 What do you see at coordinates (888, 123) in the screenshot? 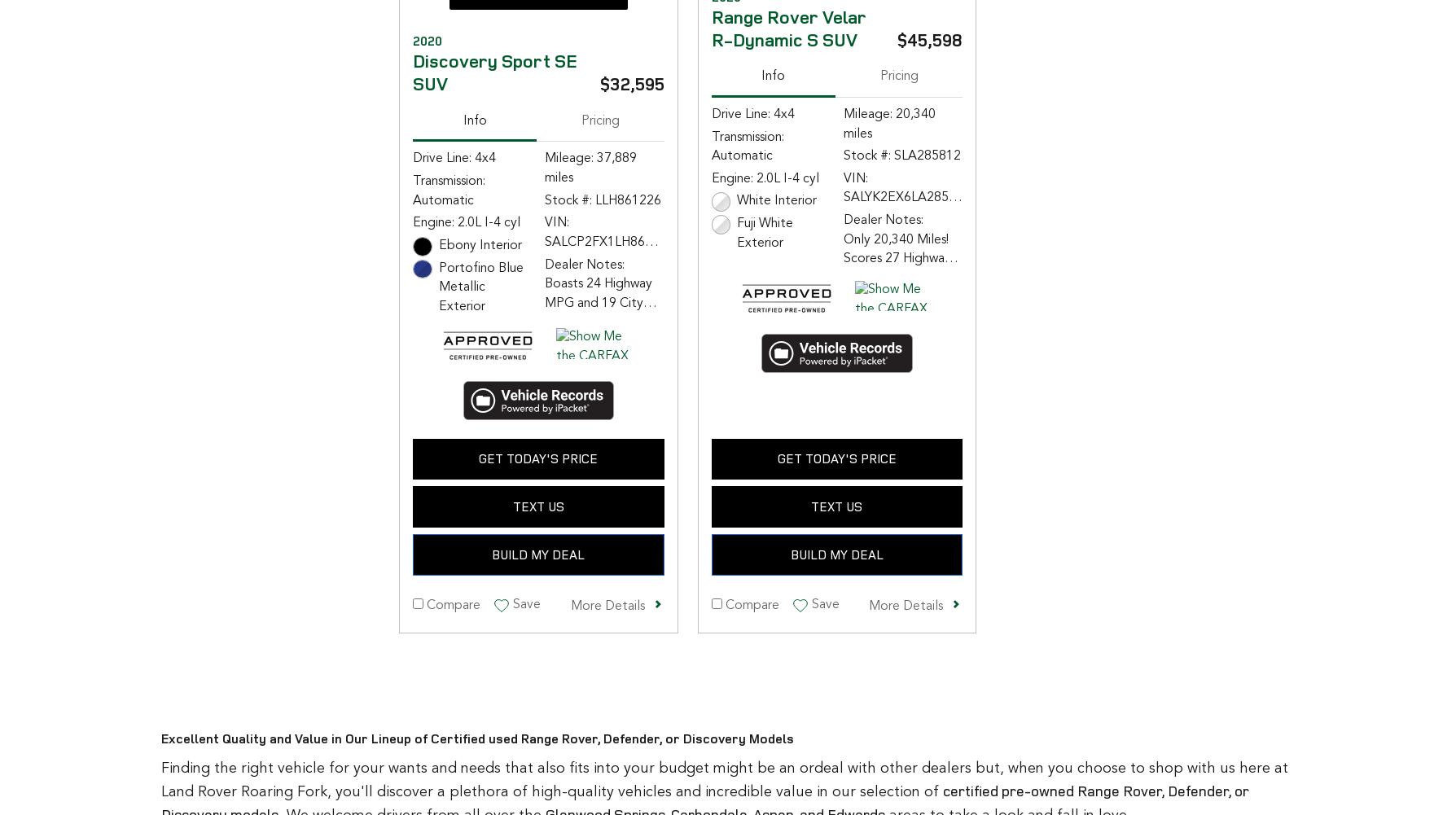
I see `'Mileage: 20,340 miles'` at bounding box center [888, 123].